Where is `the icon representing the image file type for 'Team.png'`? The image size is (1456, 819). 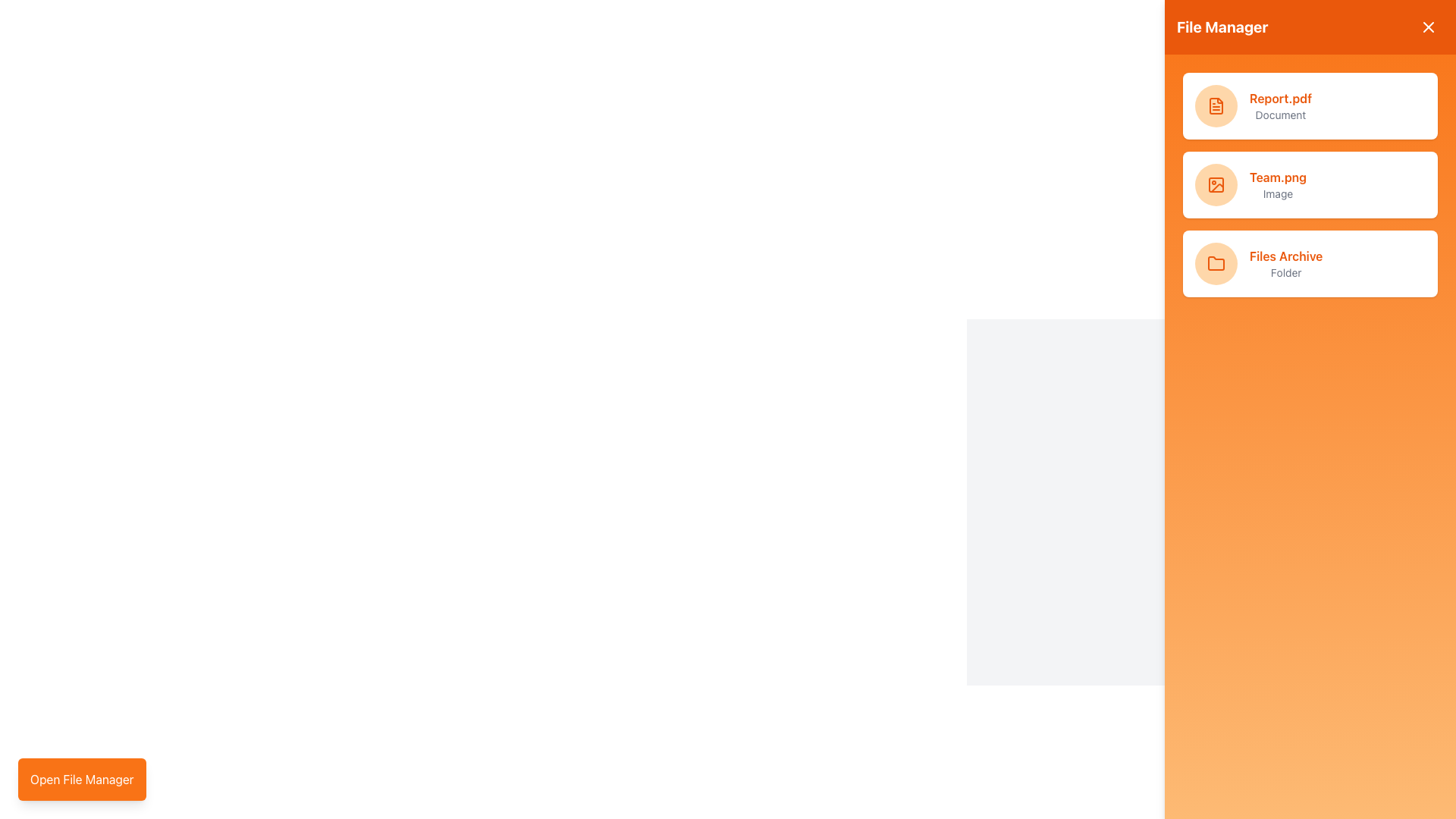 the icon representing the image file type for 'Team.png' is located at coordinates (1216, 184).